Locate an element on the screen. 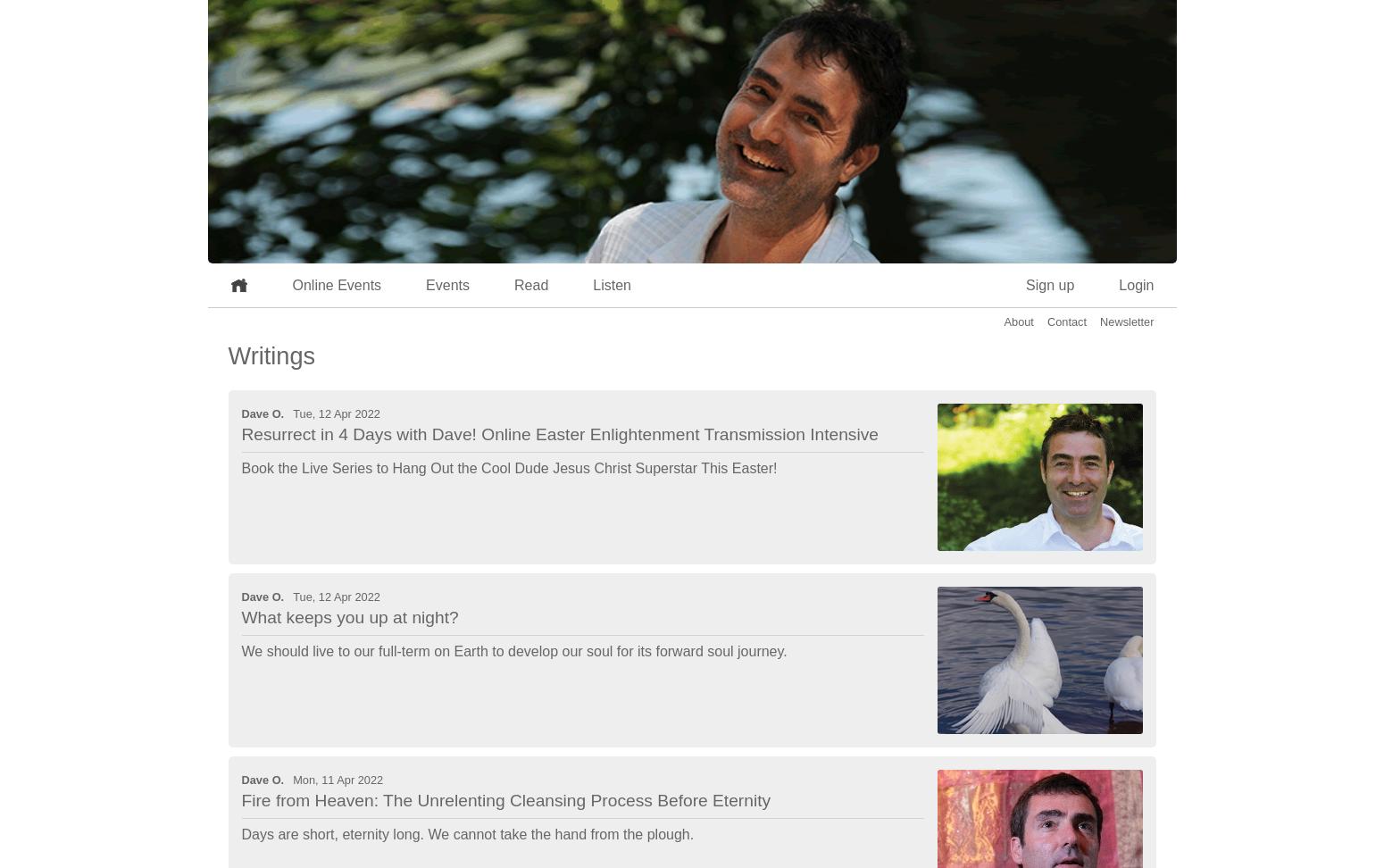 The image size is (1384, 868). 'Online Events' is located at coordinates (291, 284).